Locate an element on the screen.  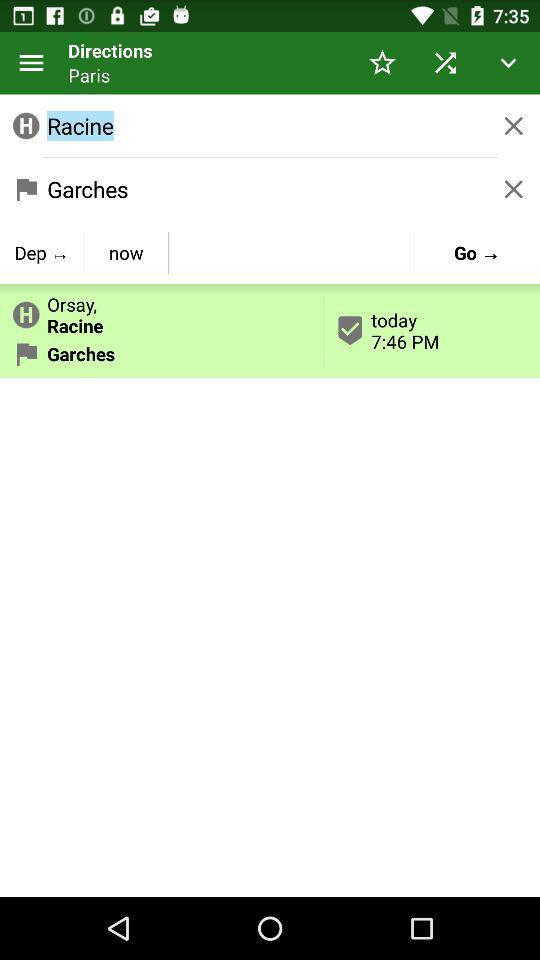
today 7 46 item is located at coordinates (431, 330).